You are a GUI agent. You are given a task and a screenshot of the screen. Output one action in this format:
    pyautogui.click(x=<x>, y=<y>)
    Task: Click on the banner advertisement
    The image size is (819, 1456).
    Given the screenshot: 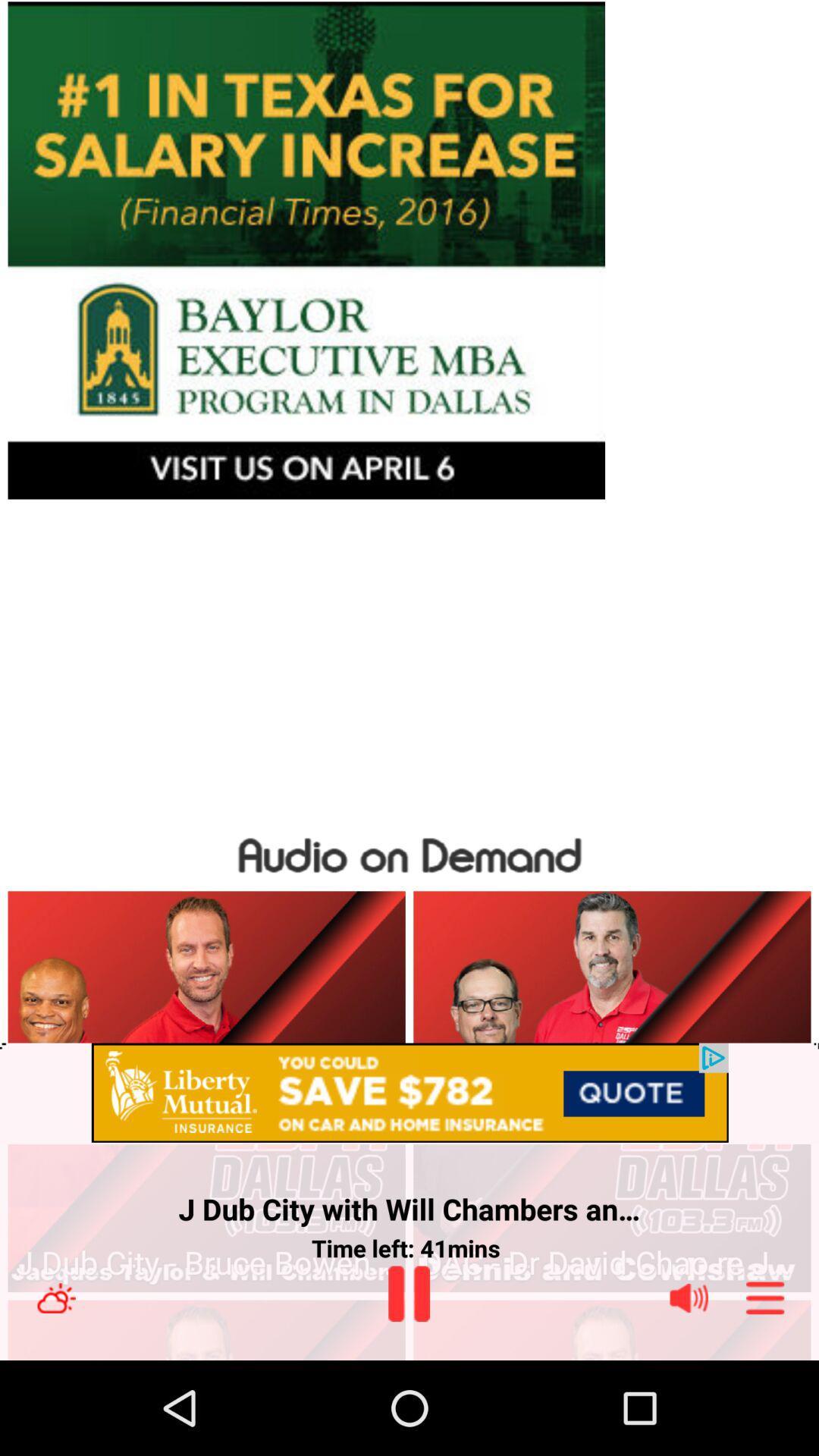 What is the action you would take?
    pyautogui.click(x=409, y=250)
    